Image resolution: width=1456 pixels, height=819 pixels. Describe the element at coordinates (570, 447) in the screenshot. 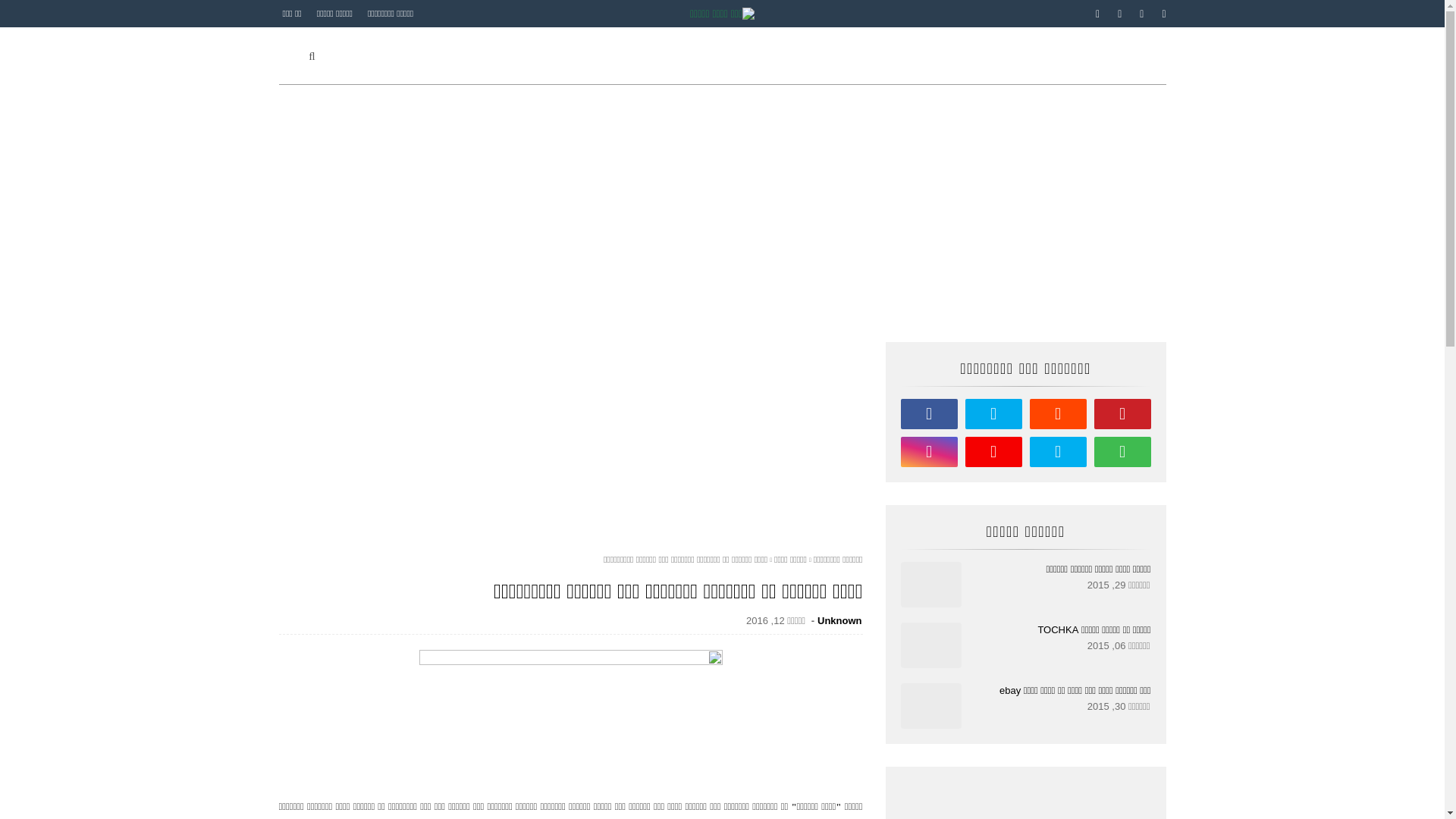

I see `'Advertisement'` at that location.